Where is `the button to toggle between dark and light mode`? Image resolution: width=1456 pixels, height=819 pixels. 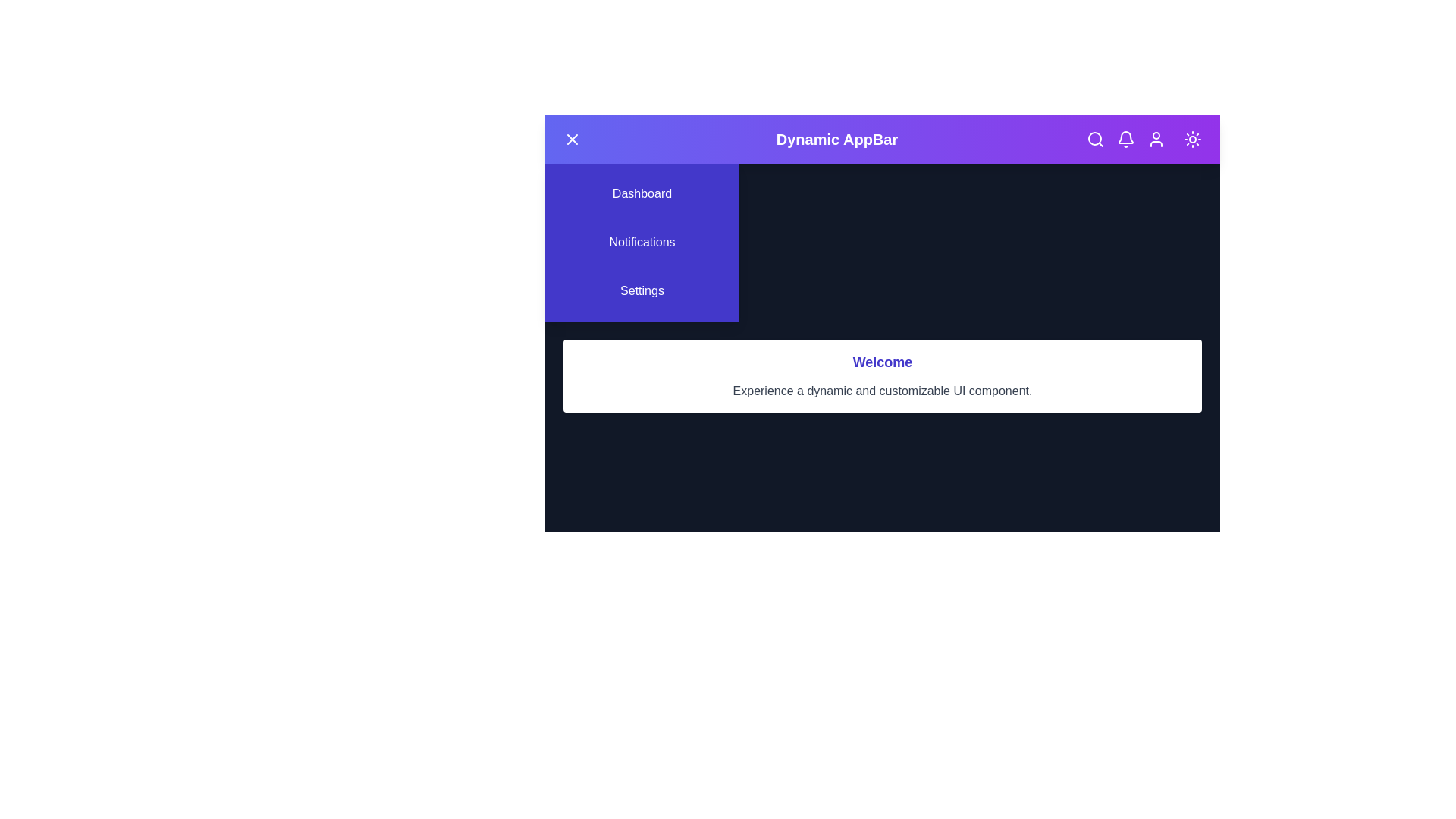 the button to toggle between dark and light mode is located at coordinates (1192, 140).